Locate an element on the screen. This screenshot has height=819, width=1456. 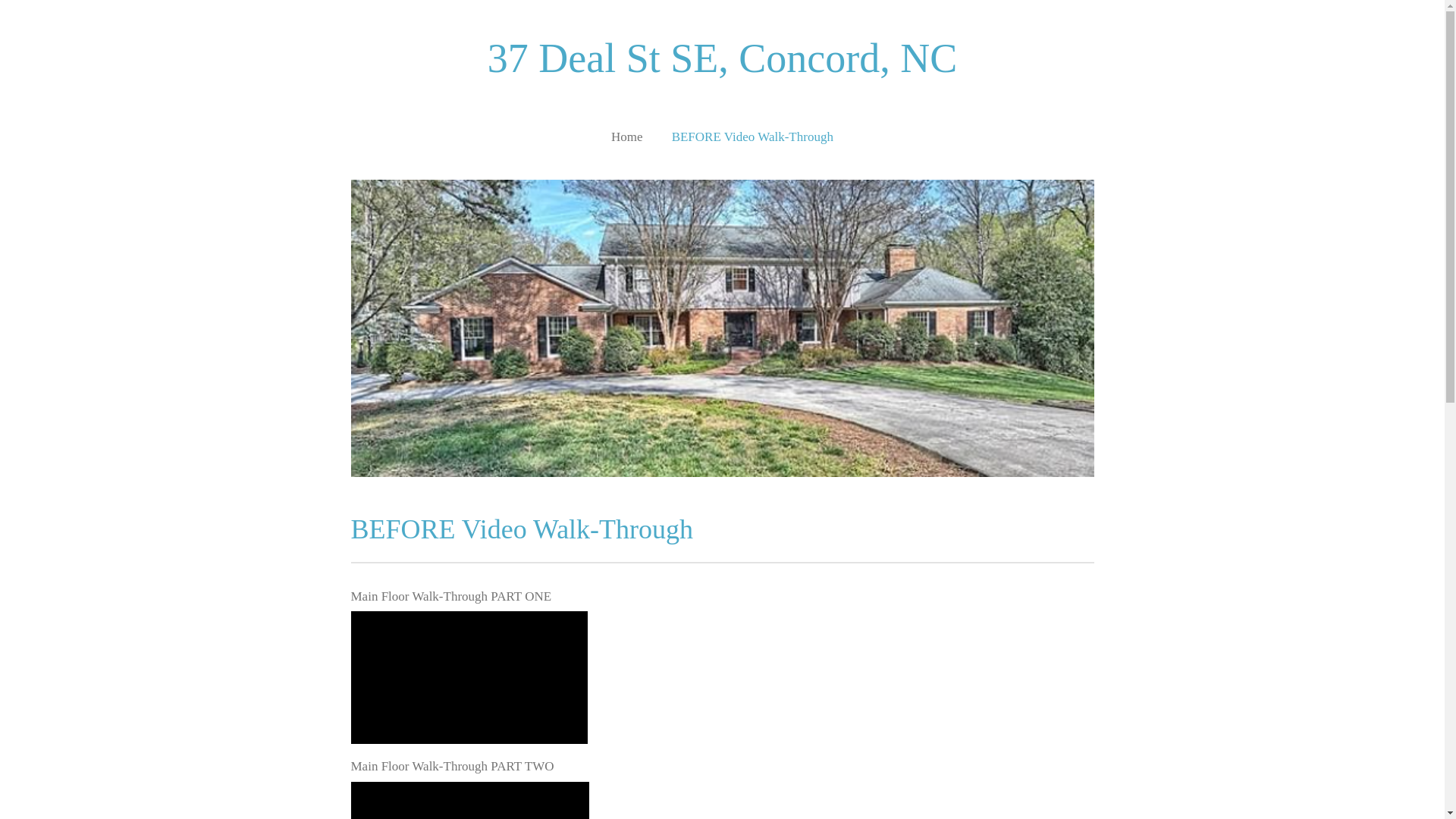
'BEFORE Video Walk-Through' is located at coordinates (752, 136).